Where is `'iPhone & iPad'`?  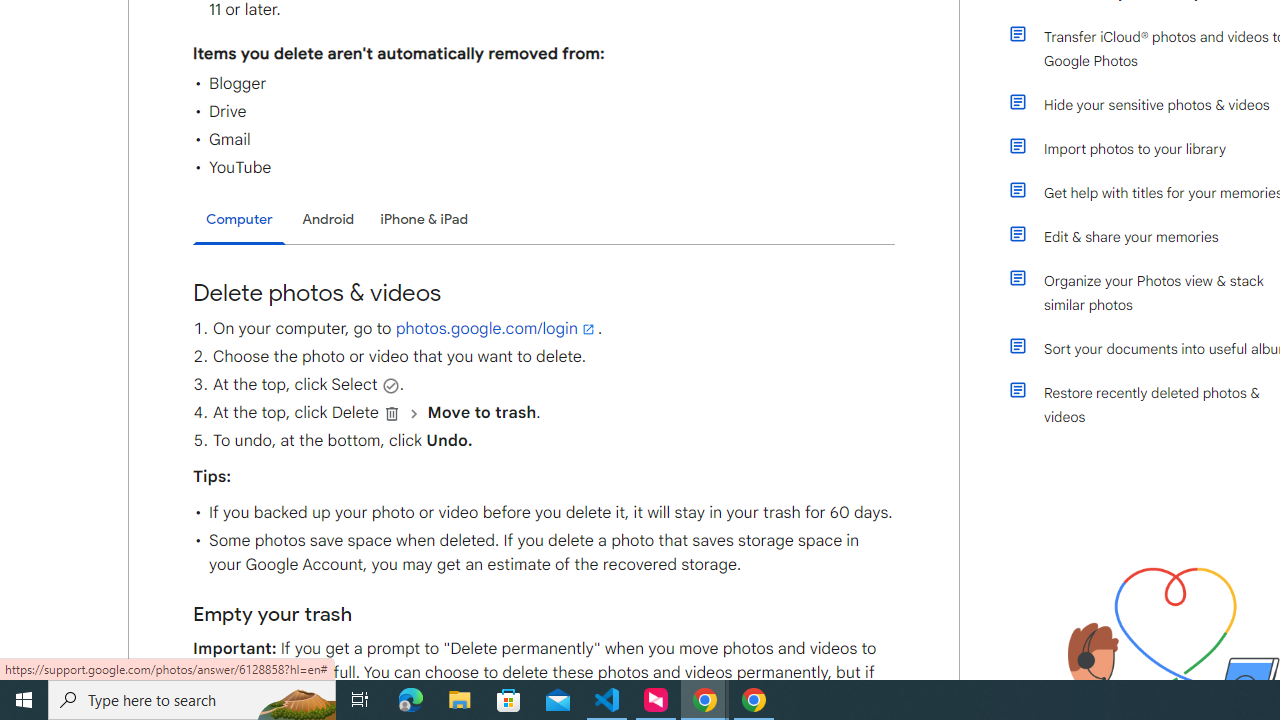
'iPhone & iPad' is located at coordinates (423, 219).